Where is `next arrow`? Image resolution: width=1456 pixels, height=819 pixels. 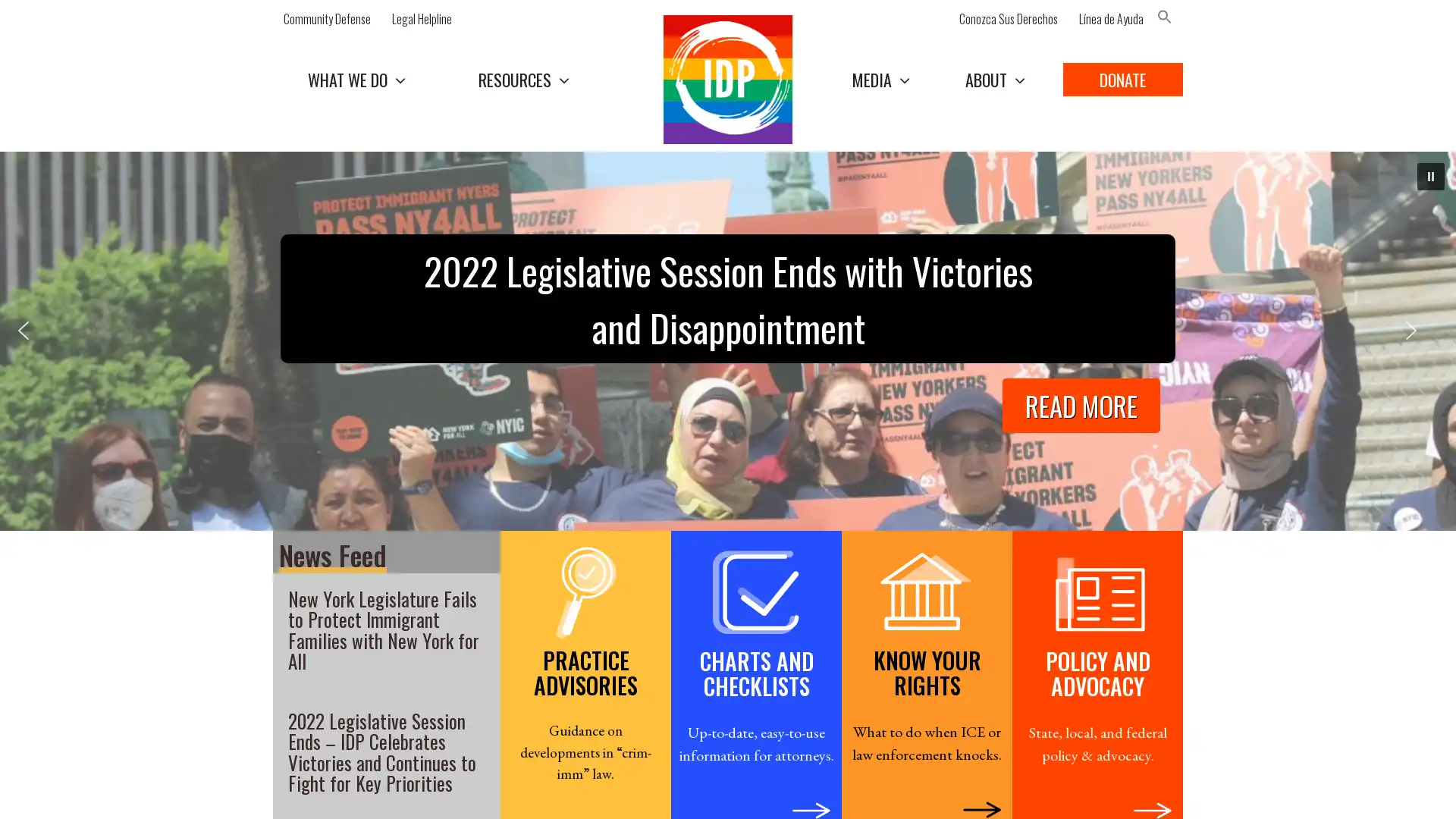 next arrow is located at coordinates (1421, 341).